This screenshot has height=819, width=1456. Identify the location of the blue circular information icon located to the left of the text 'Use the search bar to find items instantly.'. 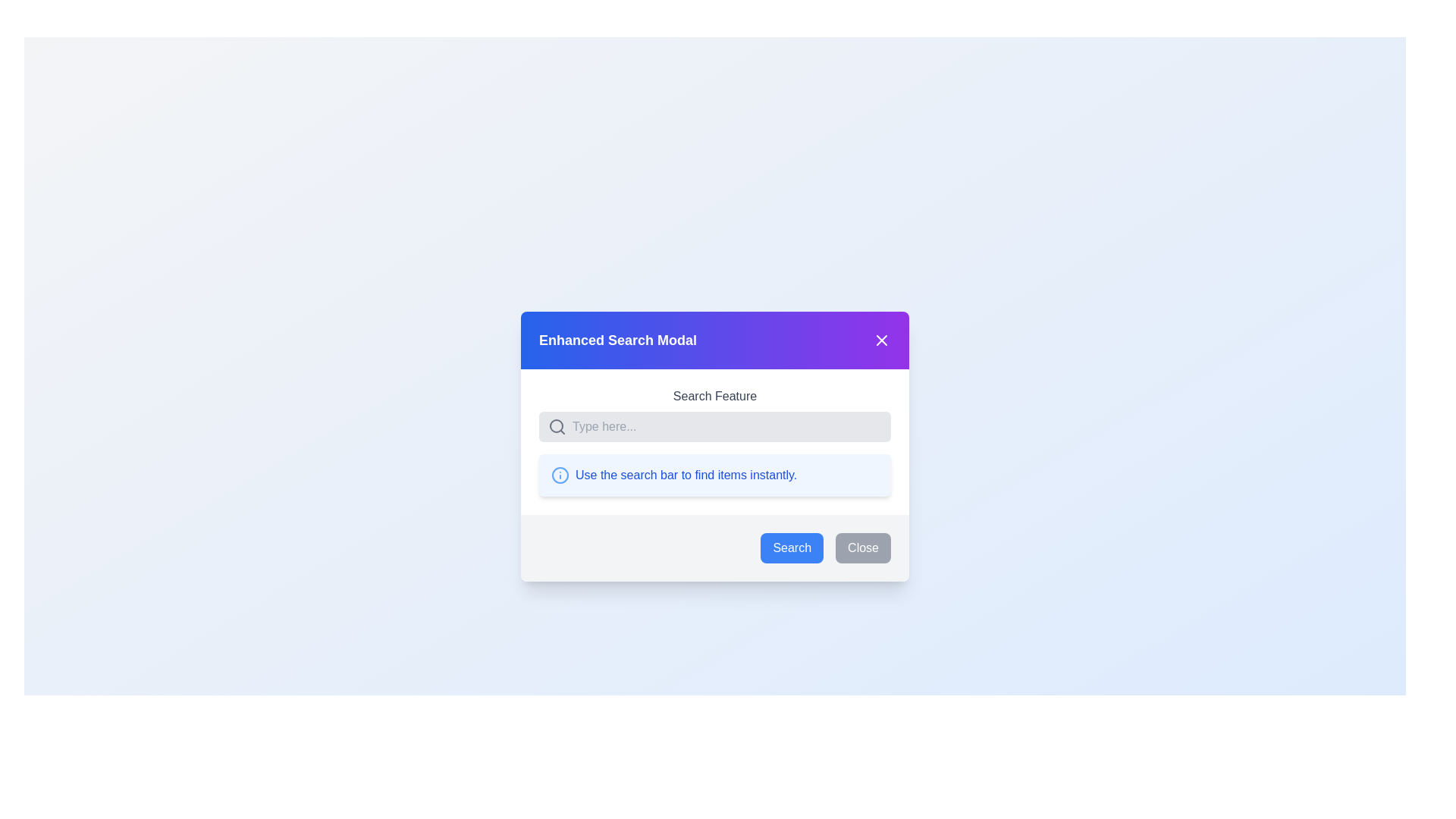
(560, 475).